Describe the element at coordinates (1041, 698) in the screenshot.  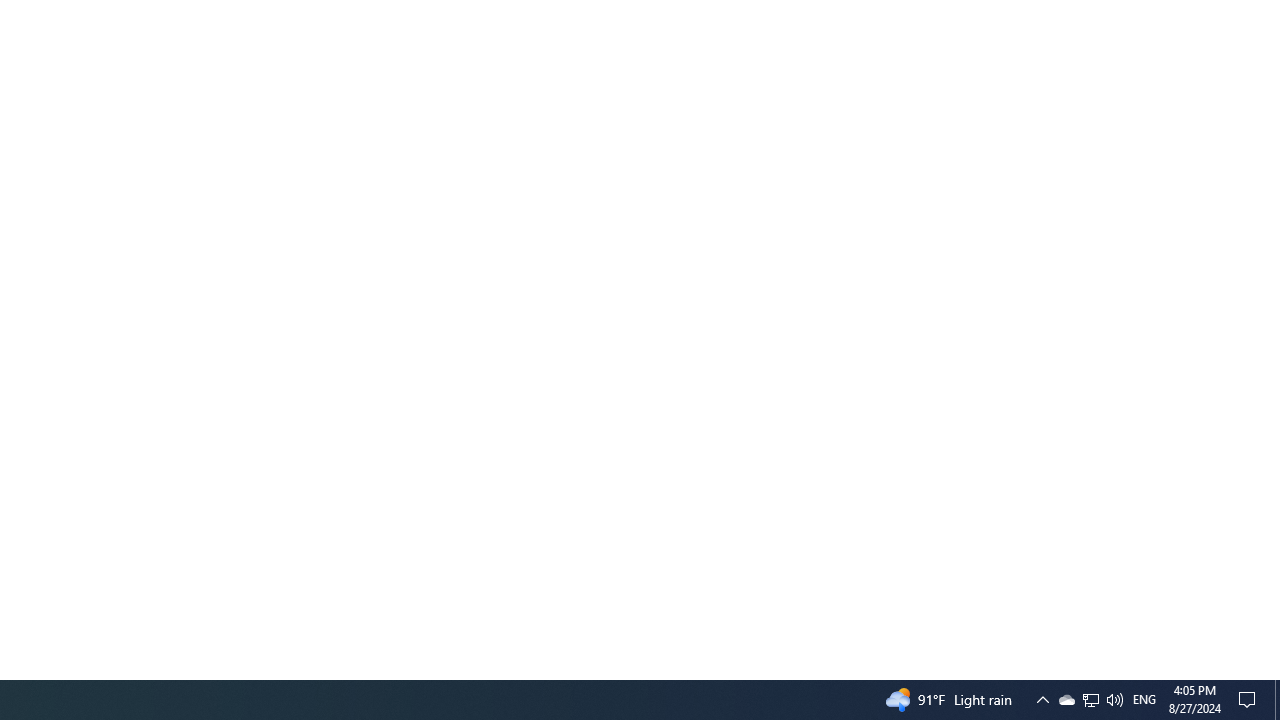
I see `'Notification Chevron'` at that location.